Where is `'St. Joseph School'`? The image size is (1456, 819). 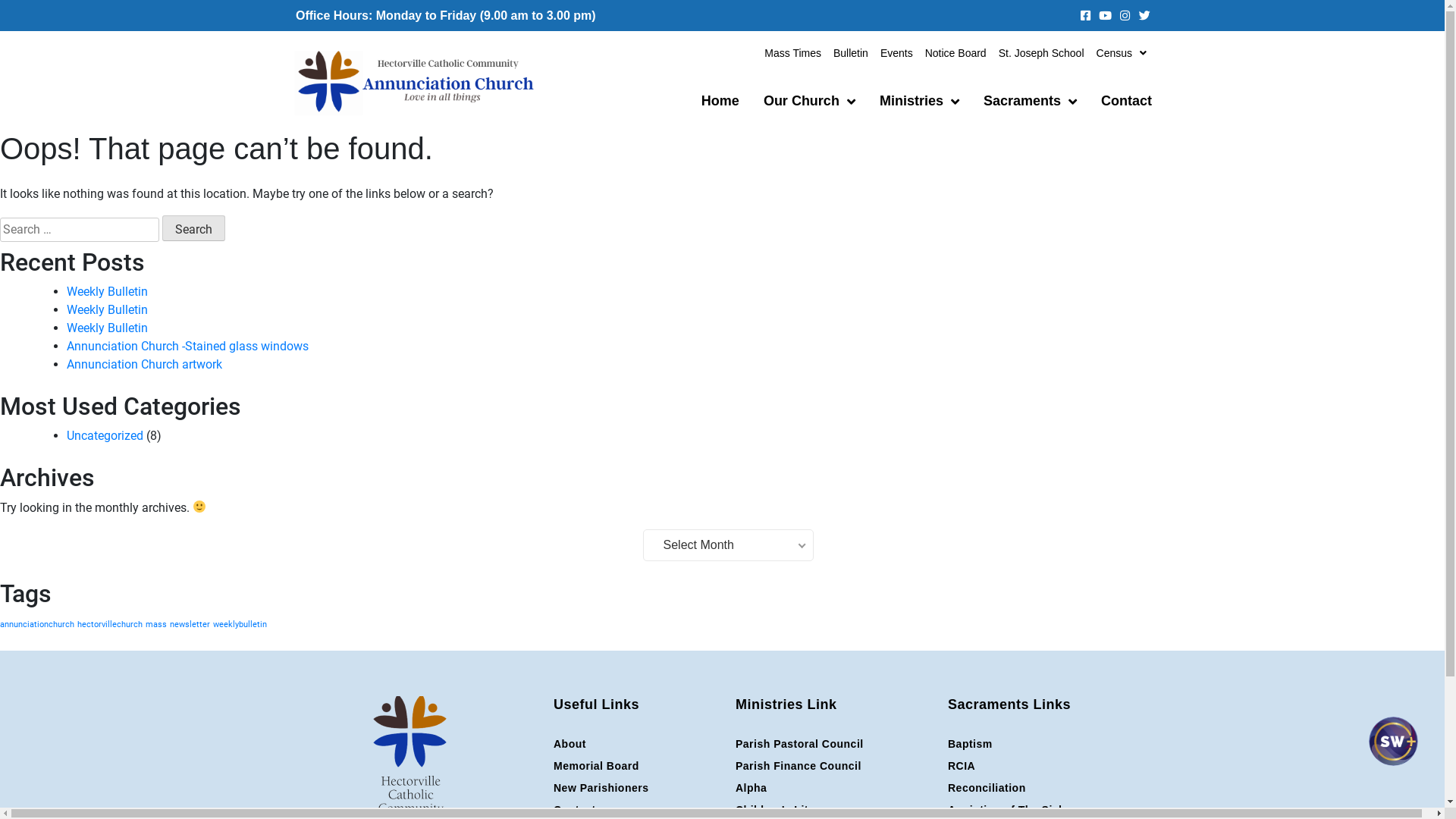 'St. Joseph School' is located at coordinates (1040, 52).